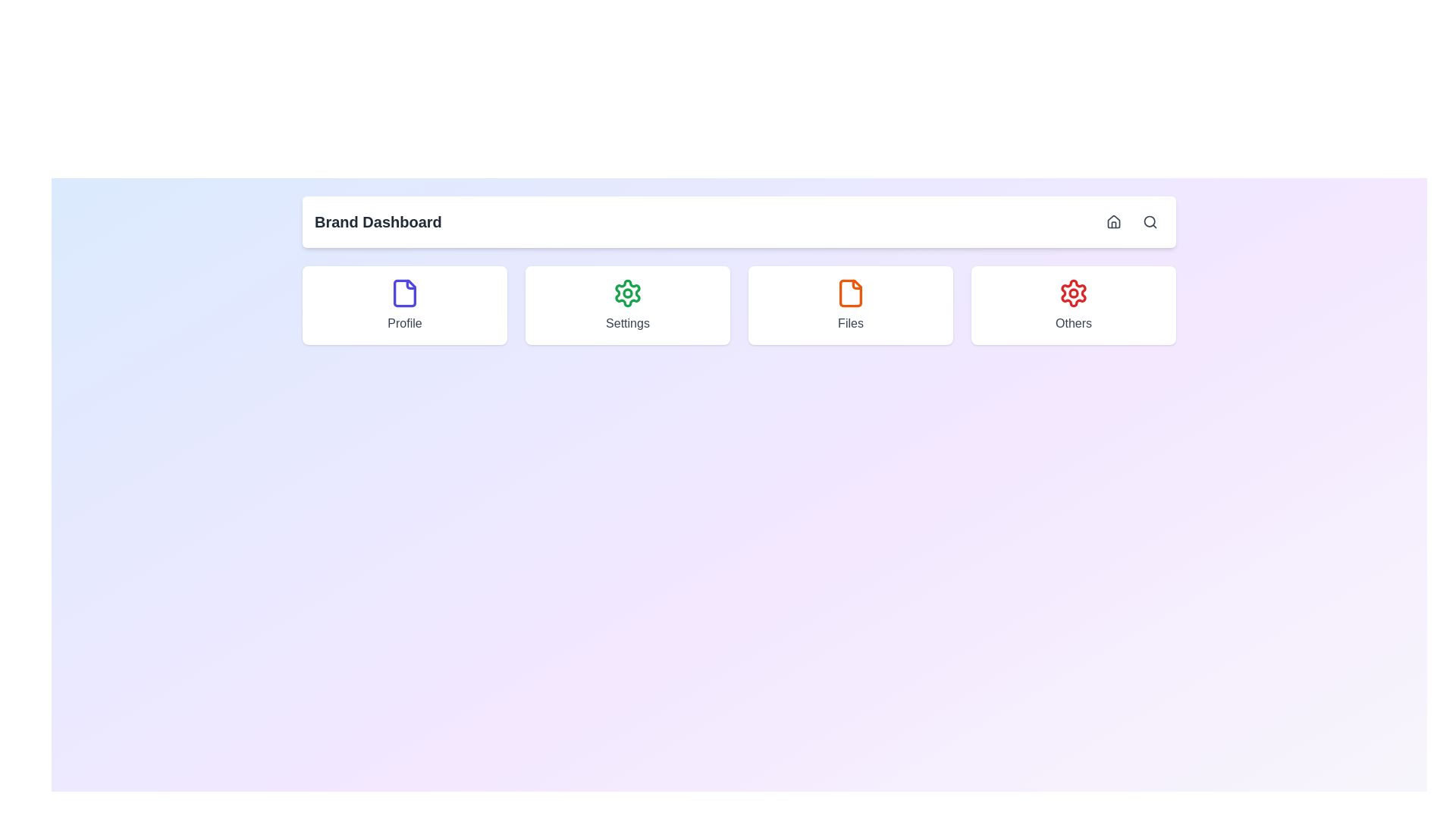  Describe the element at coordinates (1073, 293) in the screenshot. I see `the center of the gear icon located in the rightmost card labeled 'Others', which emphasizes settings or additional options` at that location.